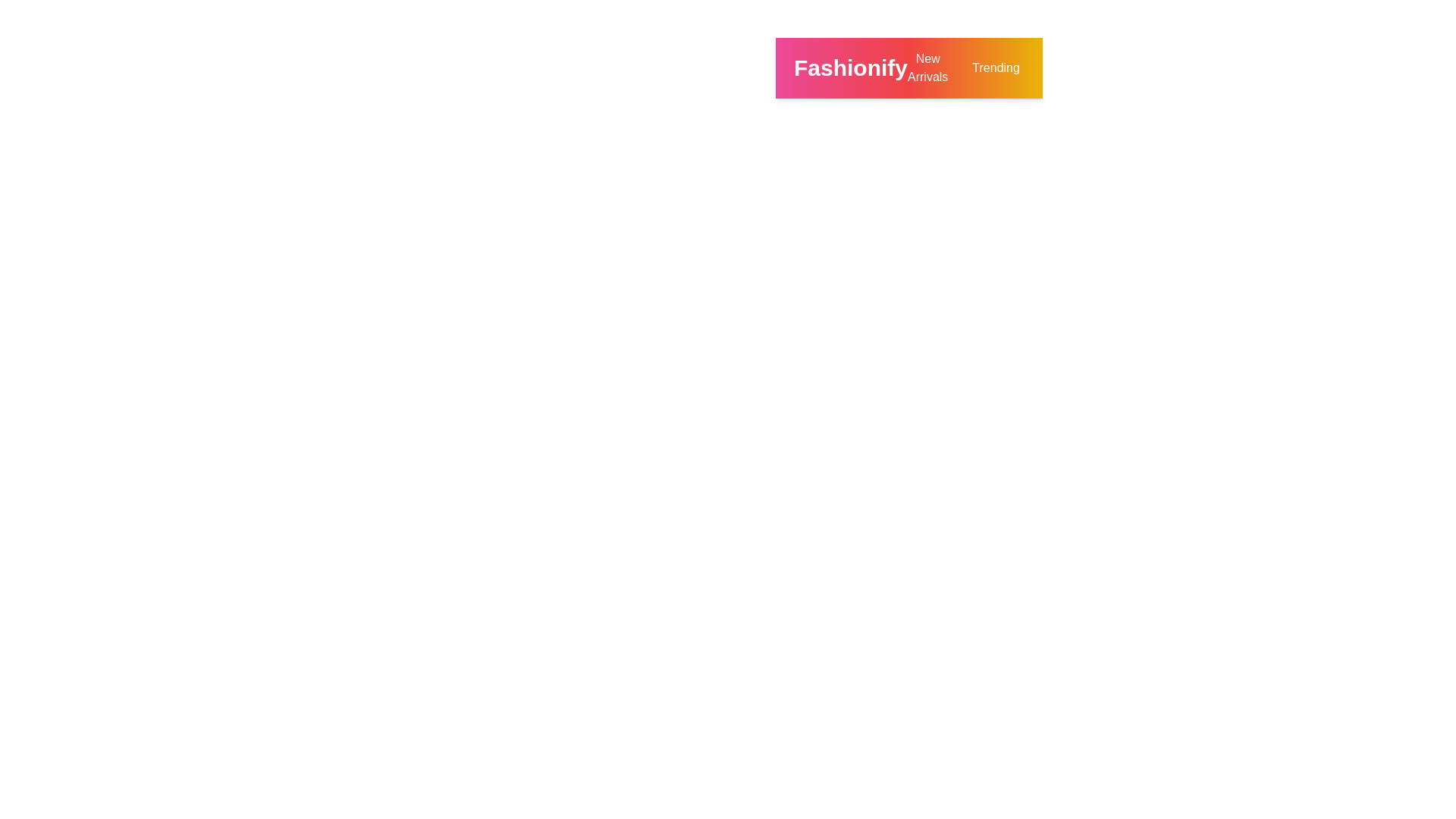 The height and width of the screenshot is (819, 1456). What do you see at coordinates (996, 67) in the screenshot?
I see `the 'Trending' button in the navigation bar` at bounding box center [996, 67].